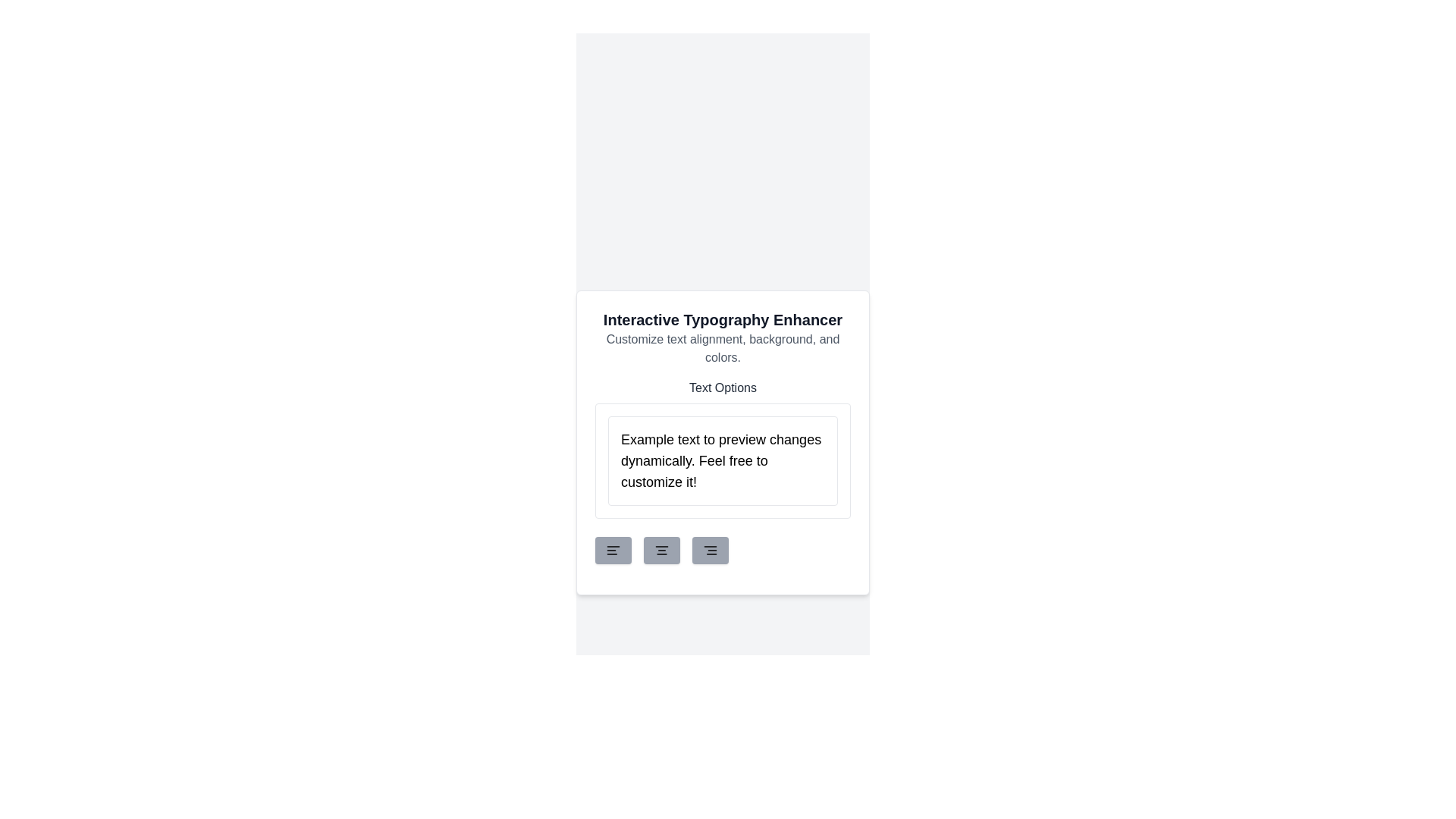 The height and width of the screenshot is (819, 1456). I want to click on the descriptive text block located directly below the 'Interactive Typography Enhancer' section, which provides supplementary information about its functionality, so click(722, 348).